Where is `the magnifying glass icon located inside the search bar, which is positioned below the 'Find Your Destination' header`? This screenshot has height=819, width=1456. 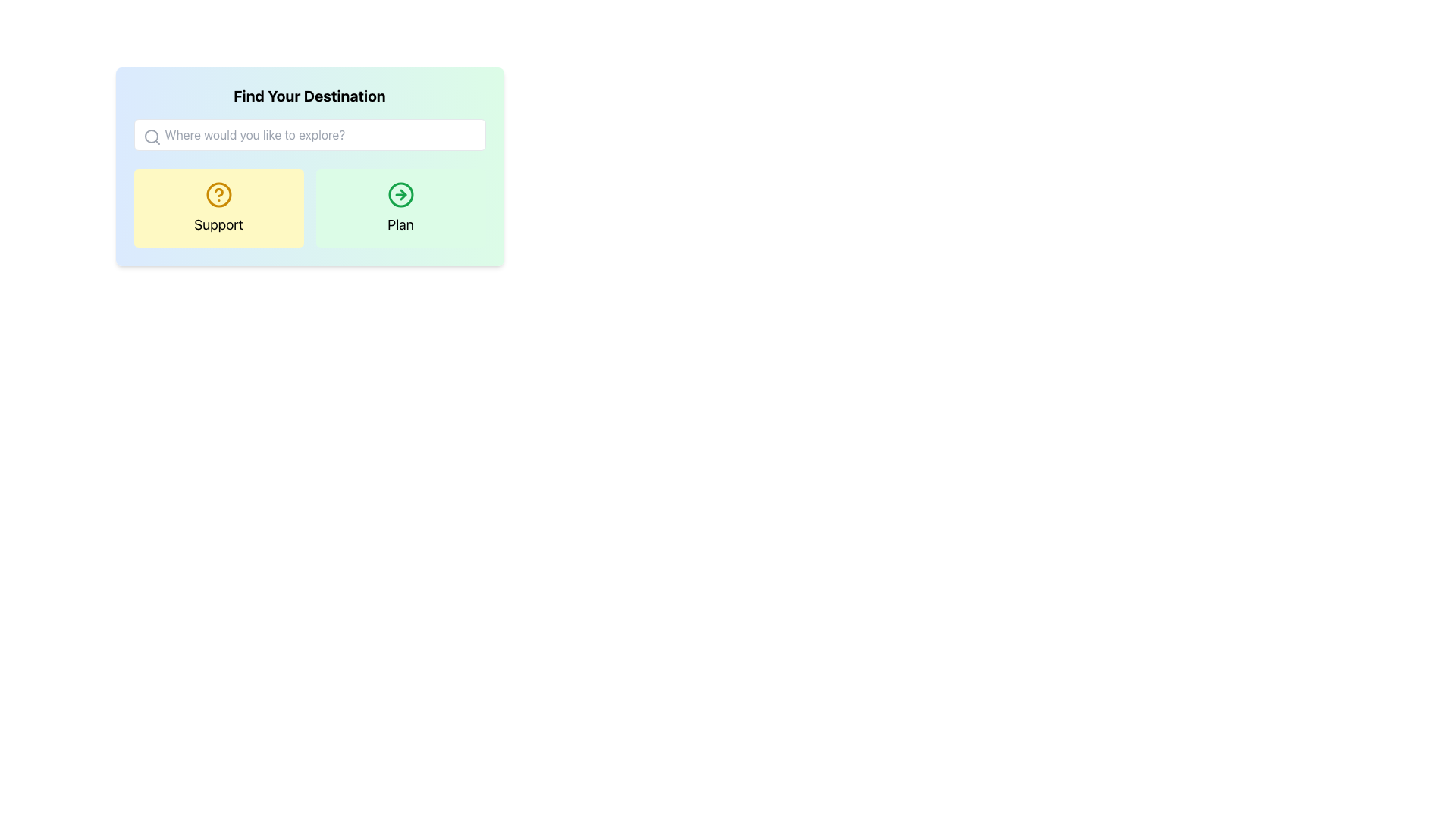 the magnifying glass icon located inside the search bar, which is positioned below the 'Find Your Destination' header is located at coordinates (152, 137).